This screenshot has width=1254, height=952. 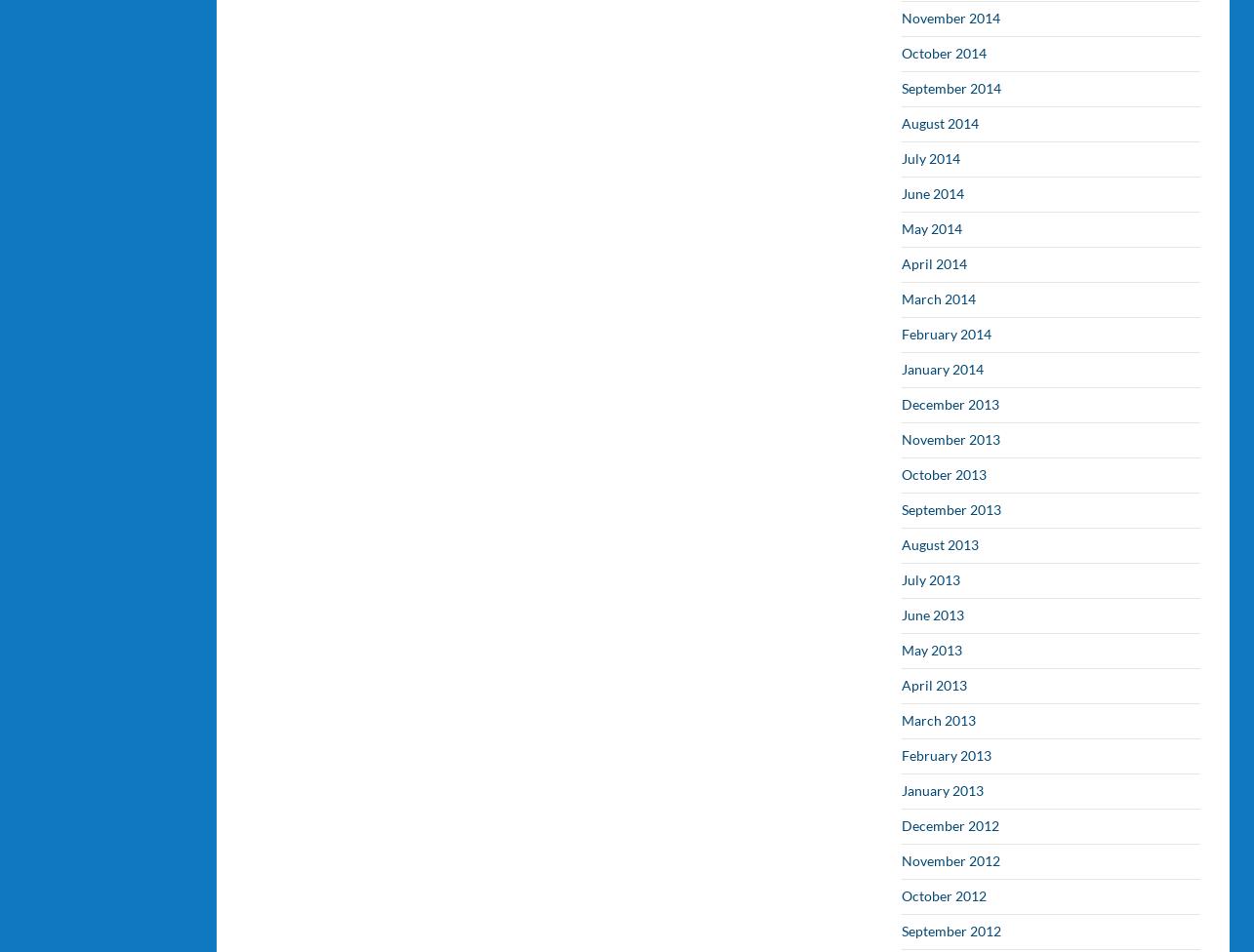 I want to click on 'December 2012', so click(x=951, y=825).